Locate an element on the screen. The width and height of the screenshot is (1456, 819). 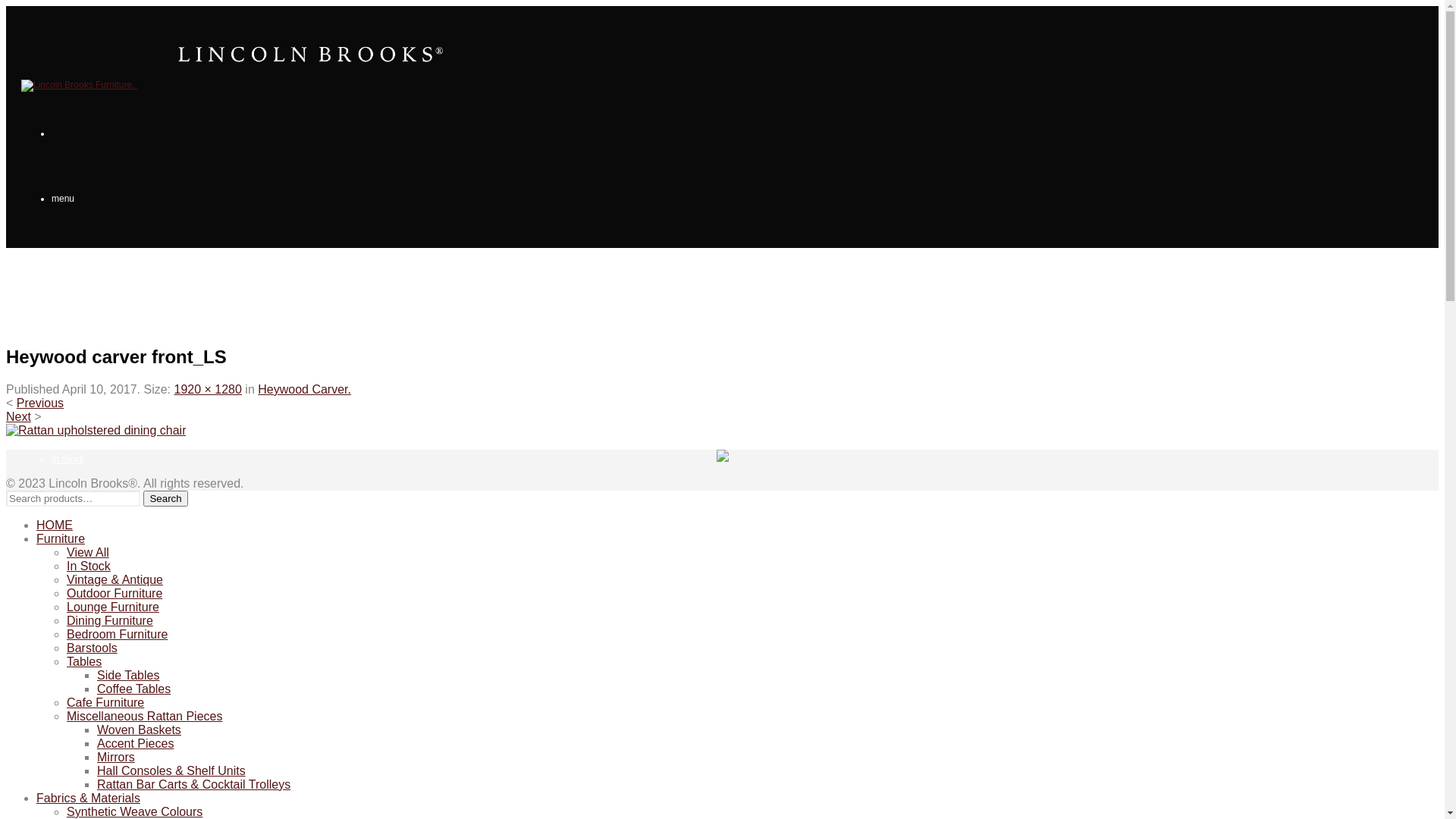
'HOME' is located at coordinates (55, 524).